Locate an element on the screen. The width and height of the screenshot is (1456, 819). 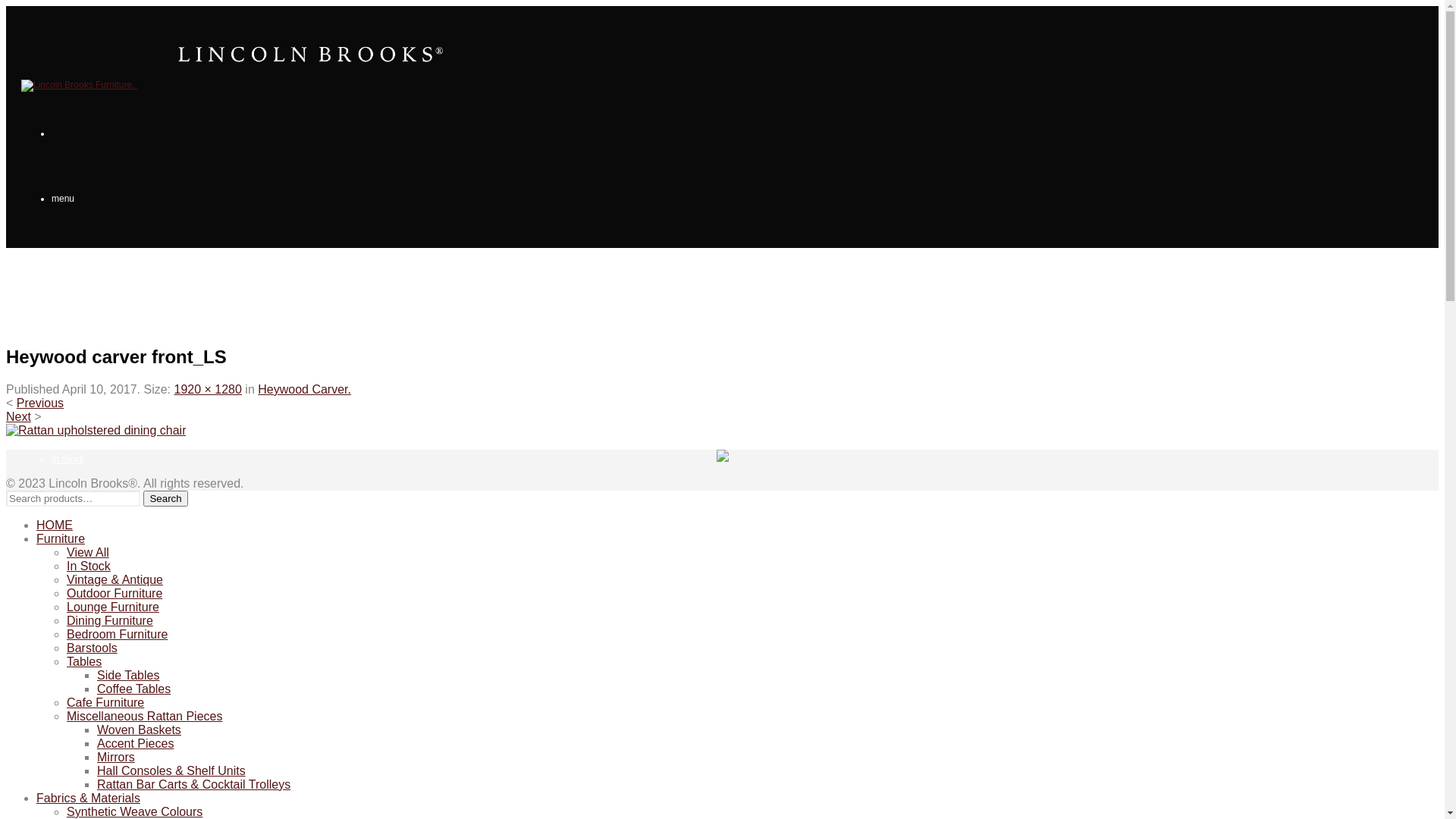
'HOME' is located at coordinates (55, 524).